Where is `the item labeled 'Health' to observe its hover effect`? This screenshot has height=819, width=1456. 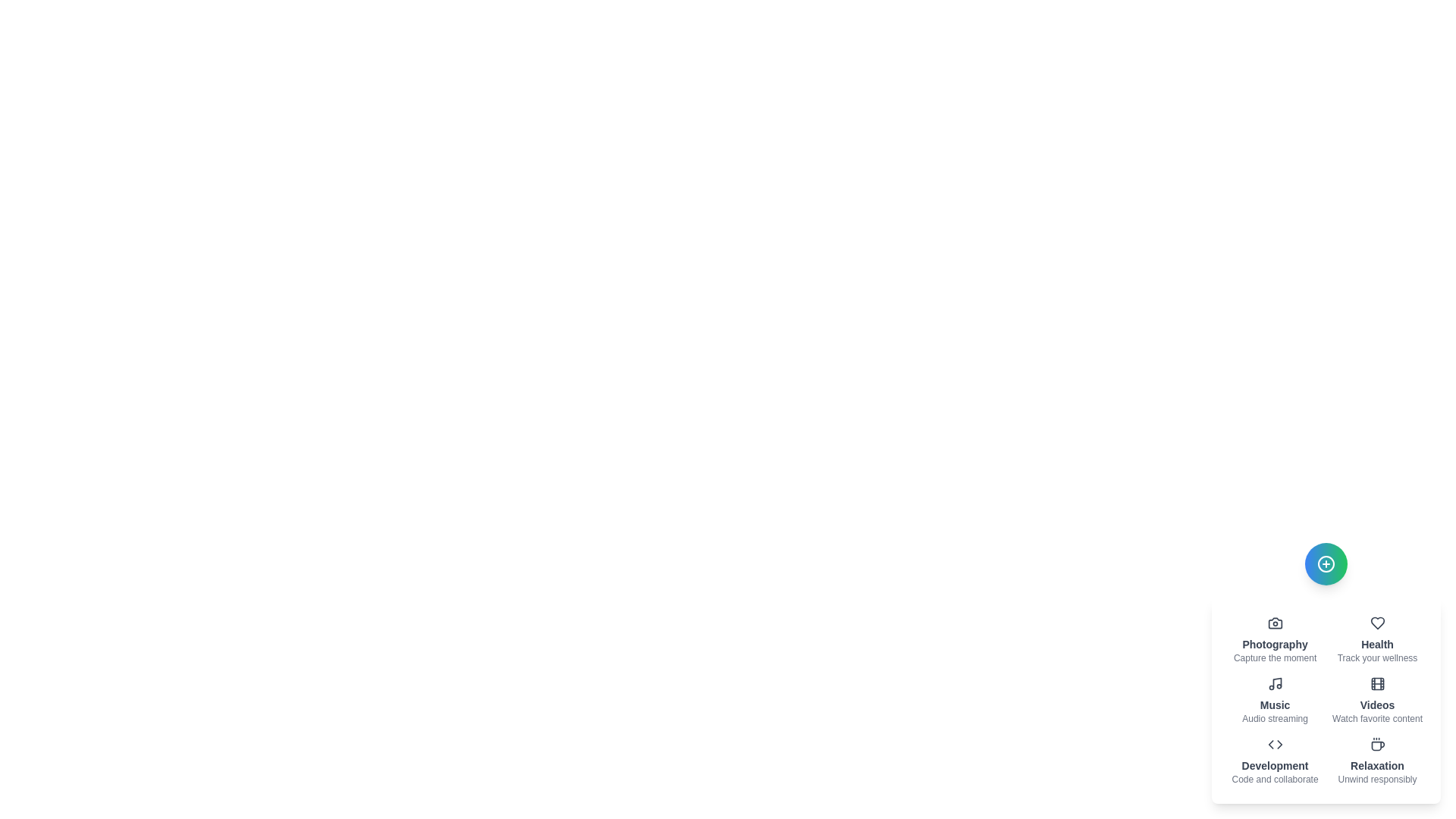 the item labeled 'Health' to observe its hover effect is located at coordinates (1377, 640).